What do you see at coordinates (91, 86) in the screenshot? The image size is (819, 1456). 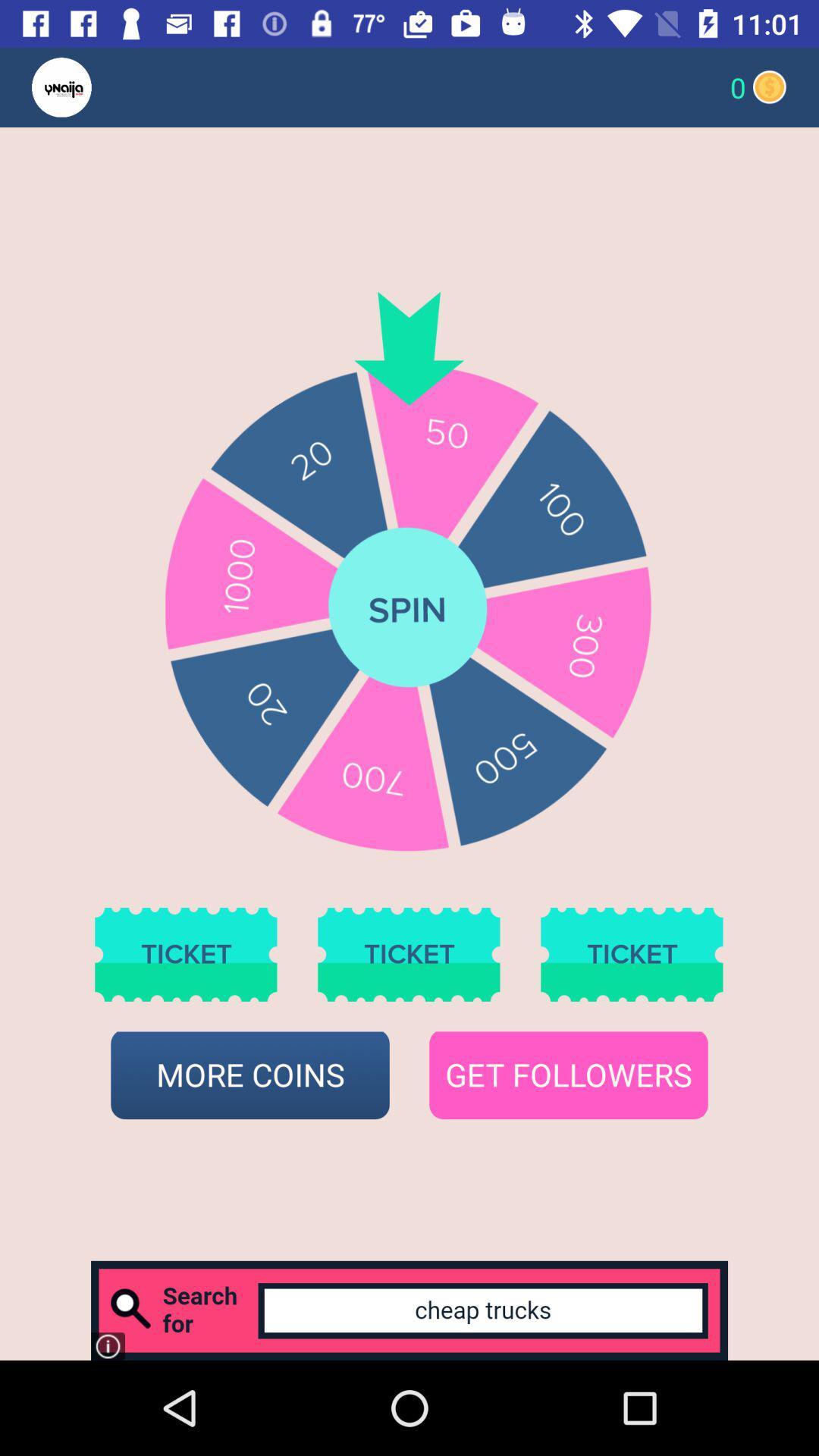 I see `return to main screen` at bounding box center [91, 86].